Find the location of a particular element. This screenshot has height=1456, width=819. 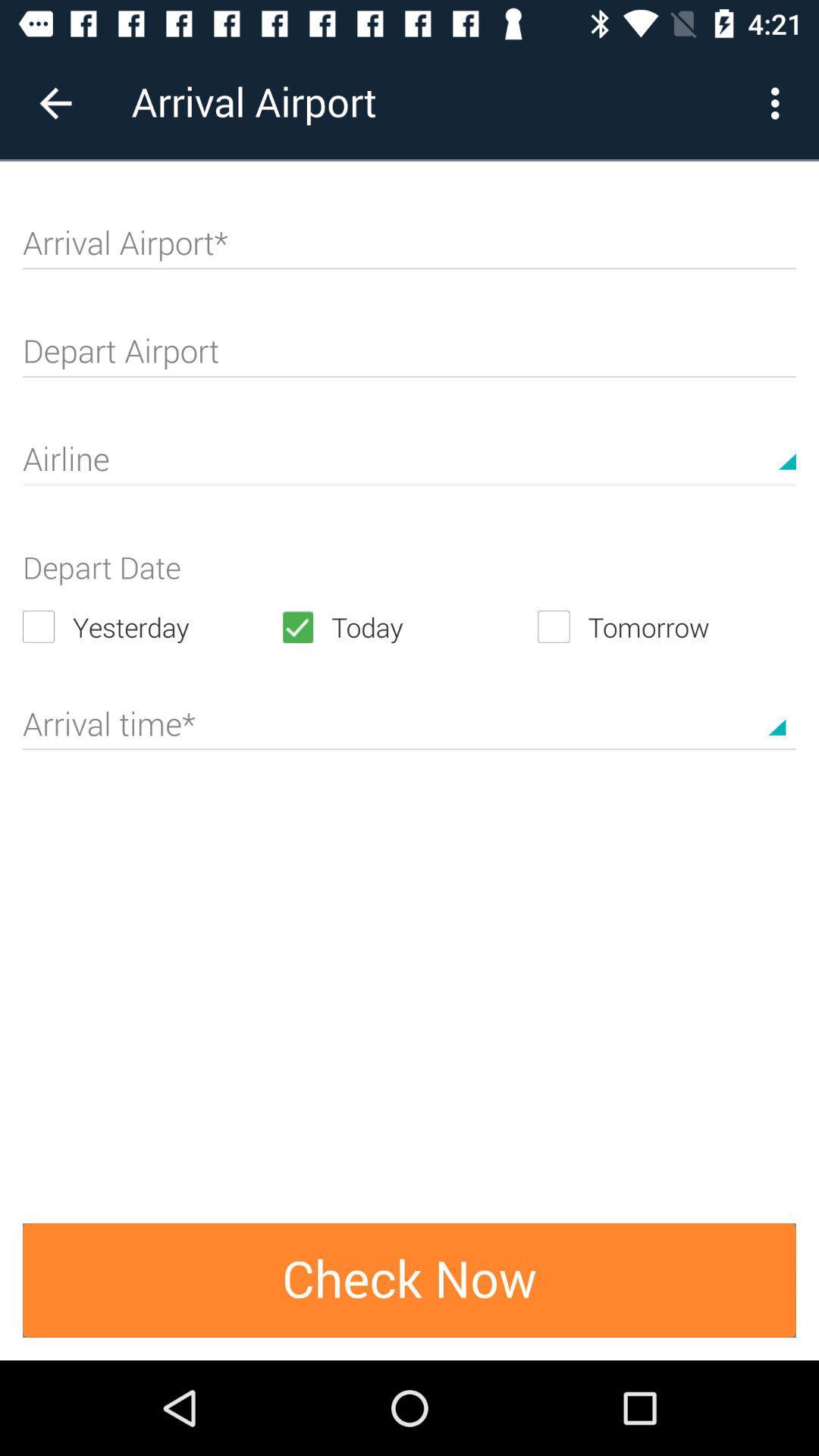

item next to arrival airport icon is located at coordinates (779, 102).